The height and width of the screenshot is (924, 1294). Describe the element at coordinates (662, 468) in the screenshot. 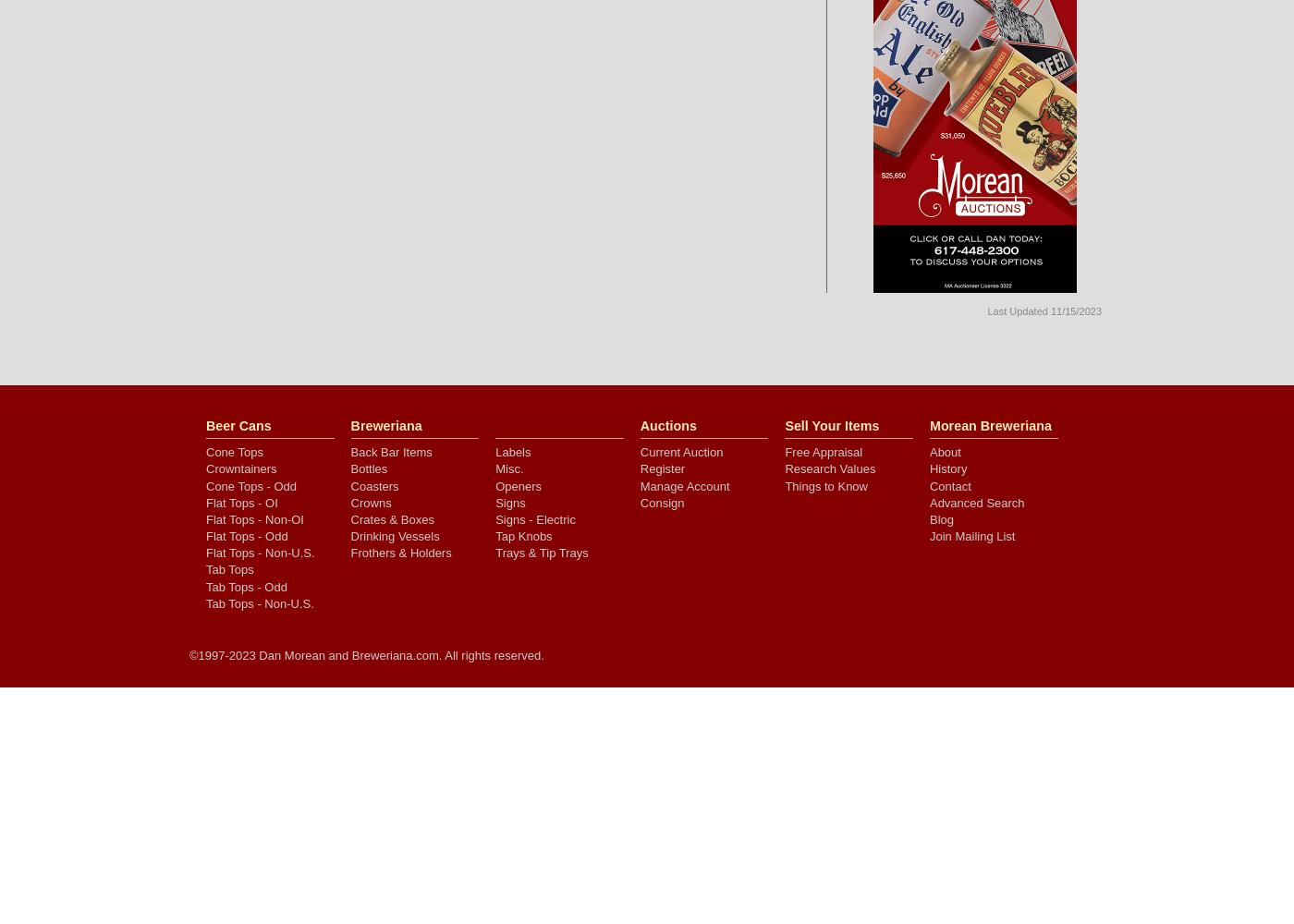

I see `'Register'` at that location.